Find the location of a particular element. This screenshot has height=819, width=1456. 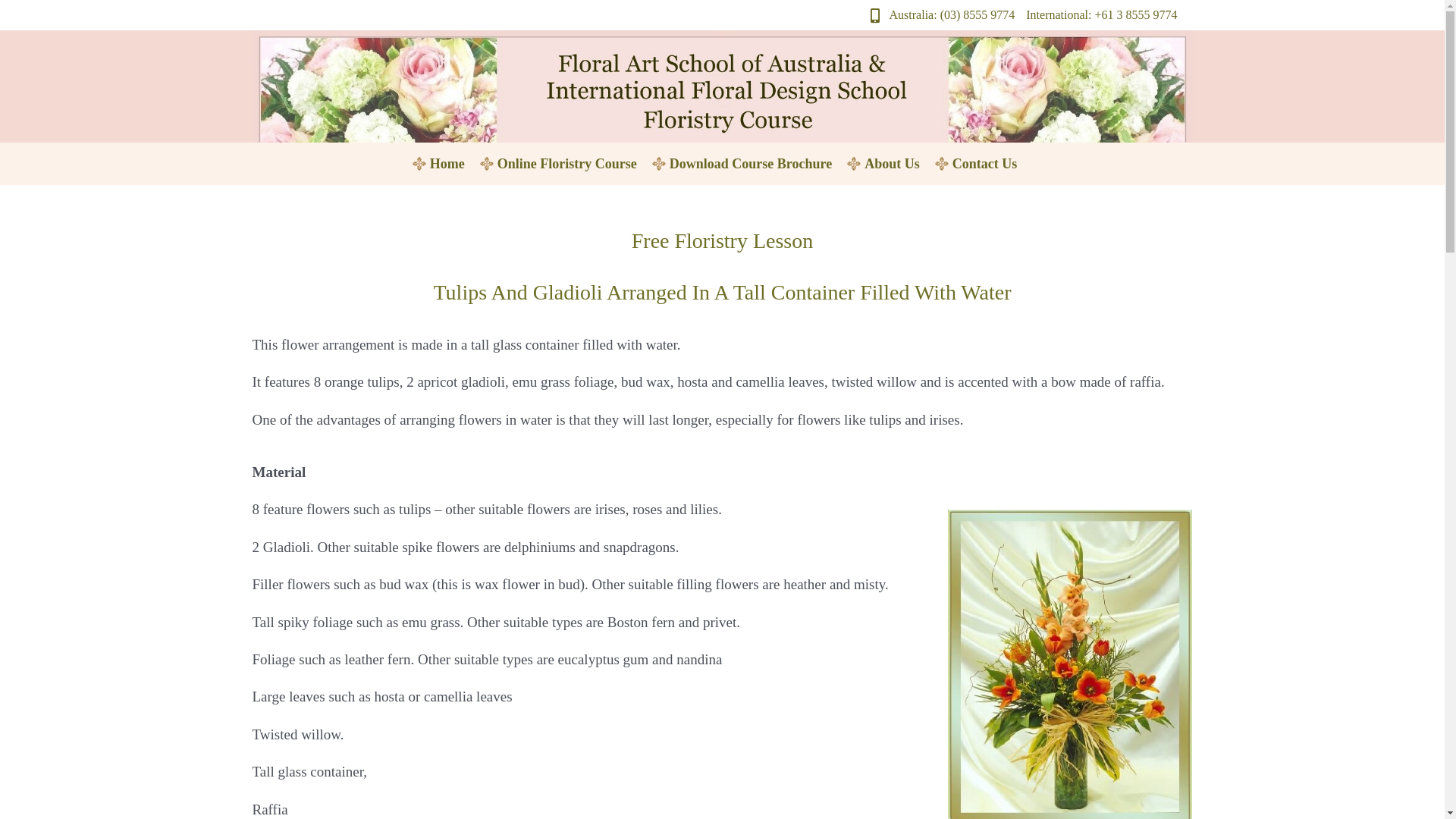

'Online Floristry Course' is located at coordinates (566, 164).